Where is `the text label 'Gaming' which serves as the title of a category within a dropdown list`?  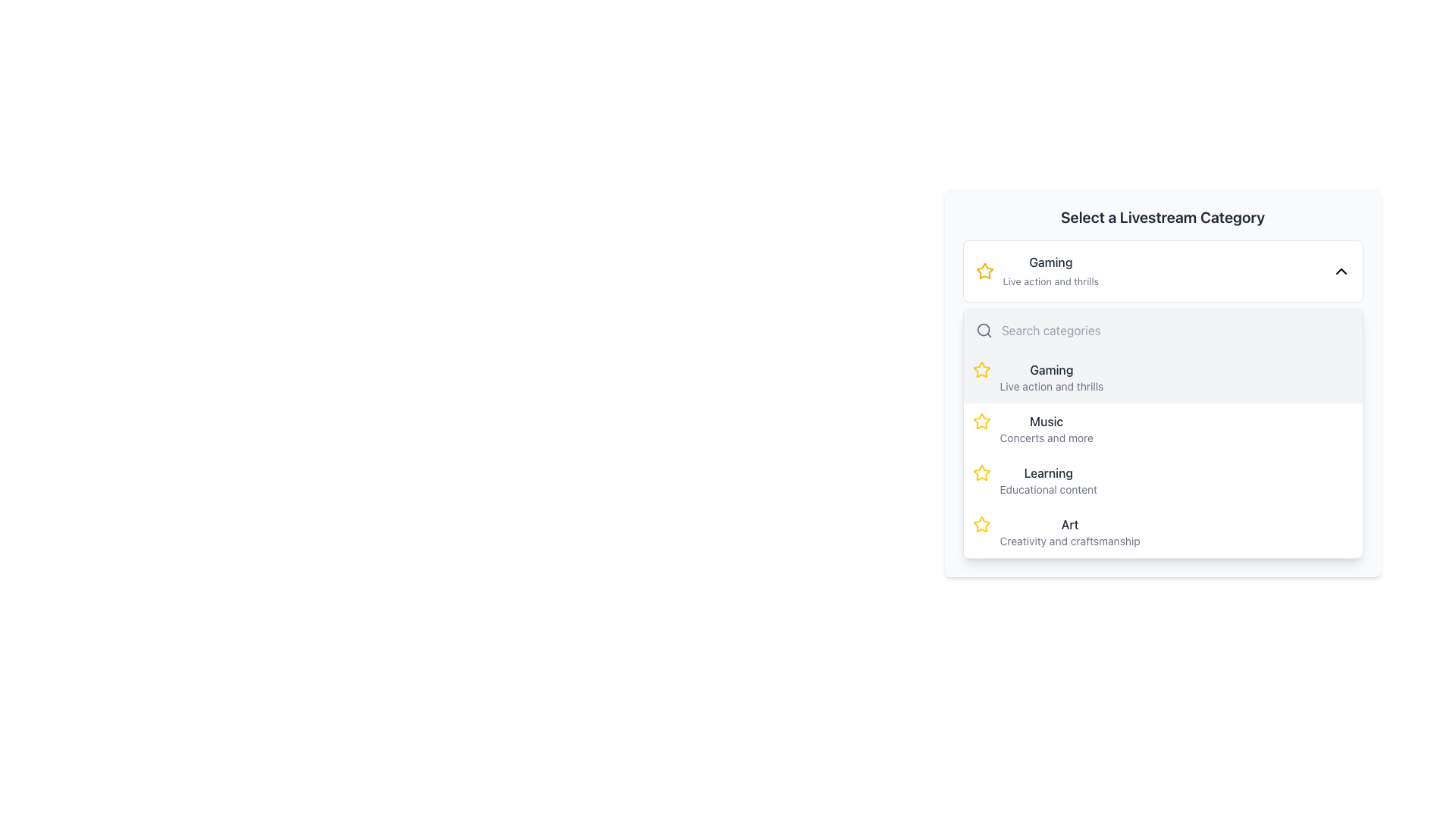 the text label 'Gaming' which serves as the title of a category within a dropdown list is located at coordinates (1050, 262).